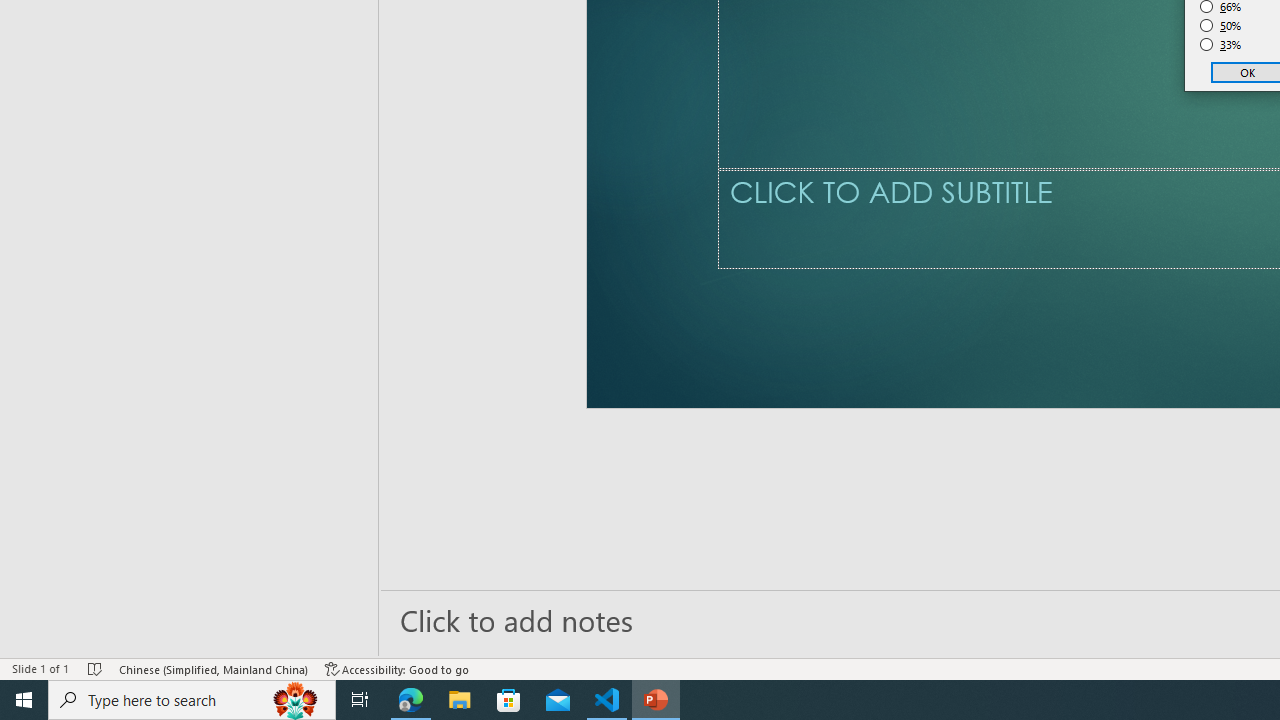  Describe the element at coordinates (1220, 45) in the screenshot. I see `'33%'` at that location.